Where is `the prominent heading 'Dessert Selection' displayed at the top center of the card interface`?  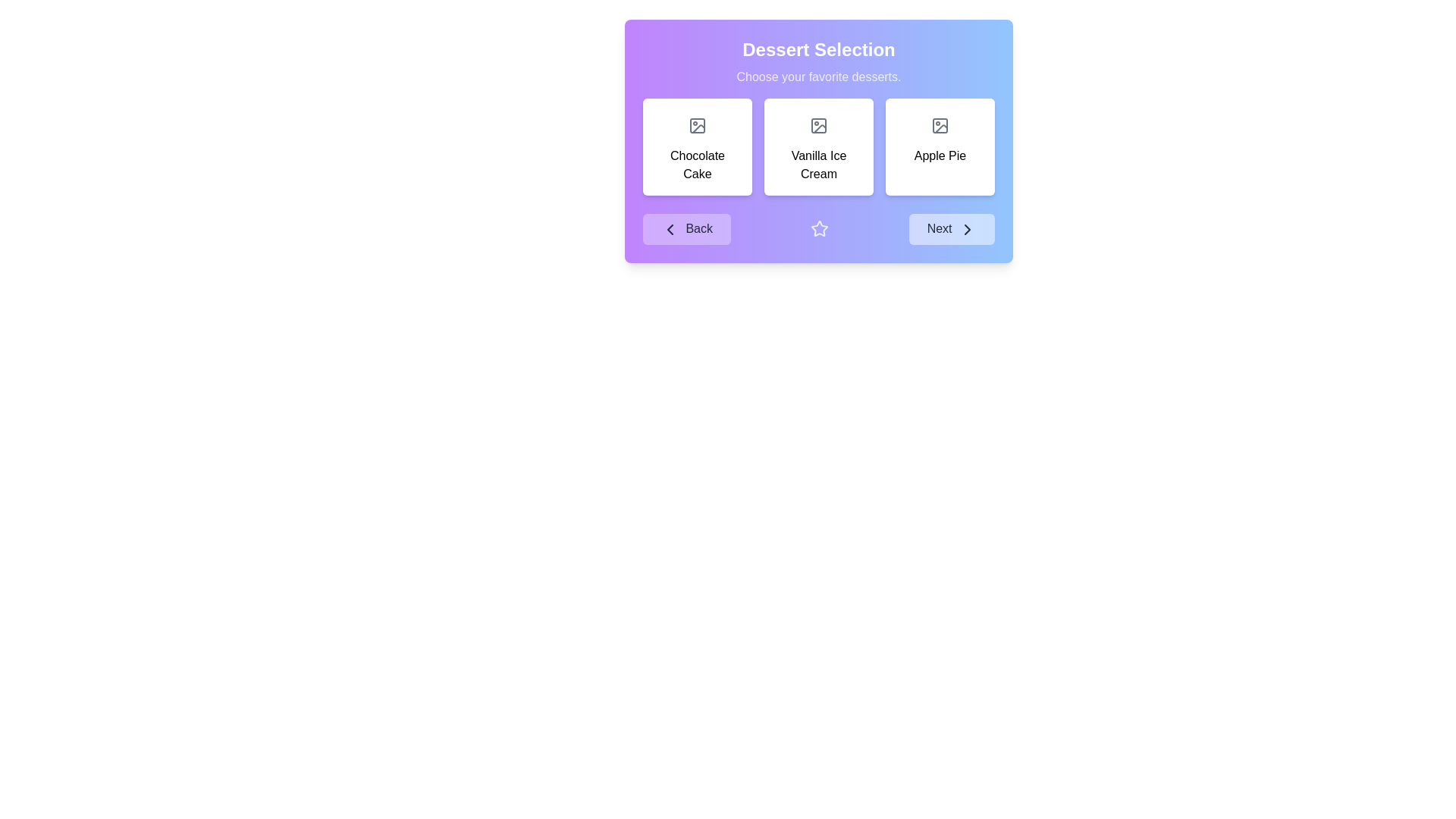
the prominent heading 'Dessert Selection' displayed at the top center of the card interface is located at coordinates (818, 49).